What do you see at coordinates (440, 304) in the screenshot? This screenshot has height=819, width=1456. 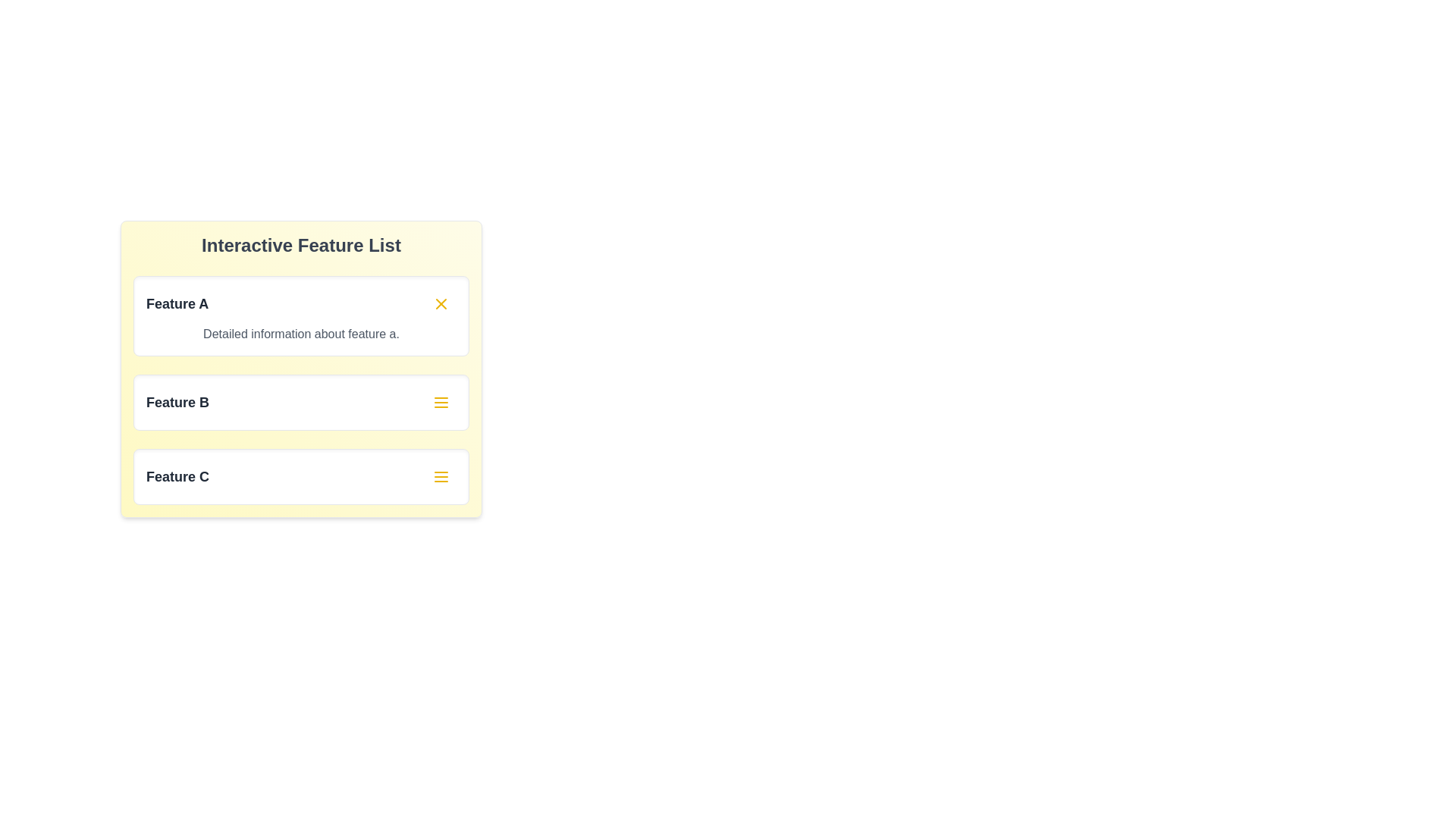 I see `the close button of the expanded card to collapse it` at bounding box center [440, 304].